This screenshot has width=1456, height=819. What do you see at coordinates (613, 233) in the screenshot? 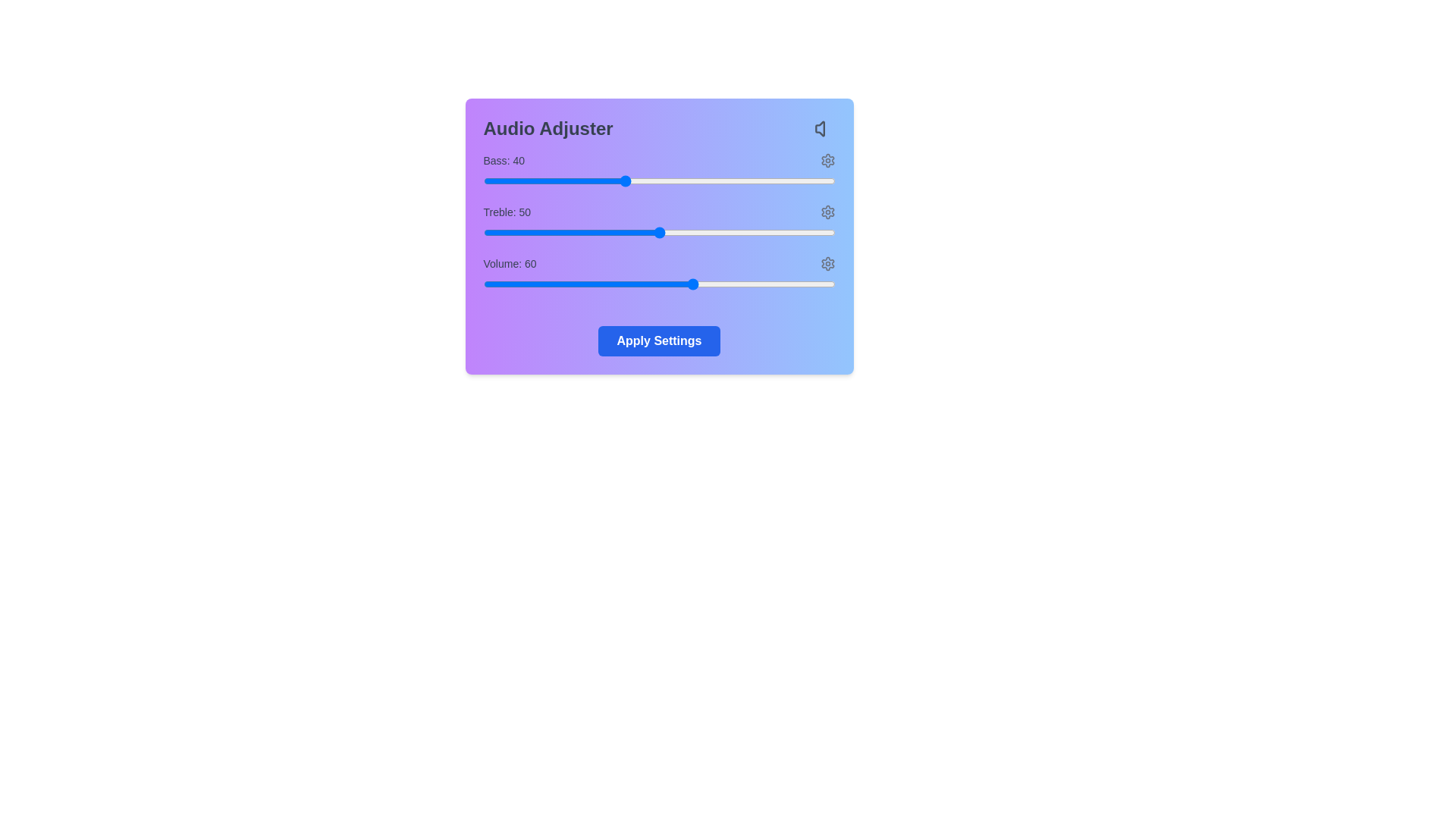
I see `the treble level` at bounding box center [613, 233].